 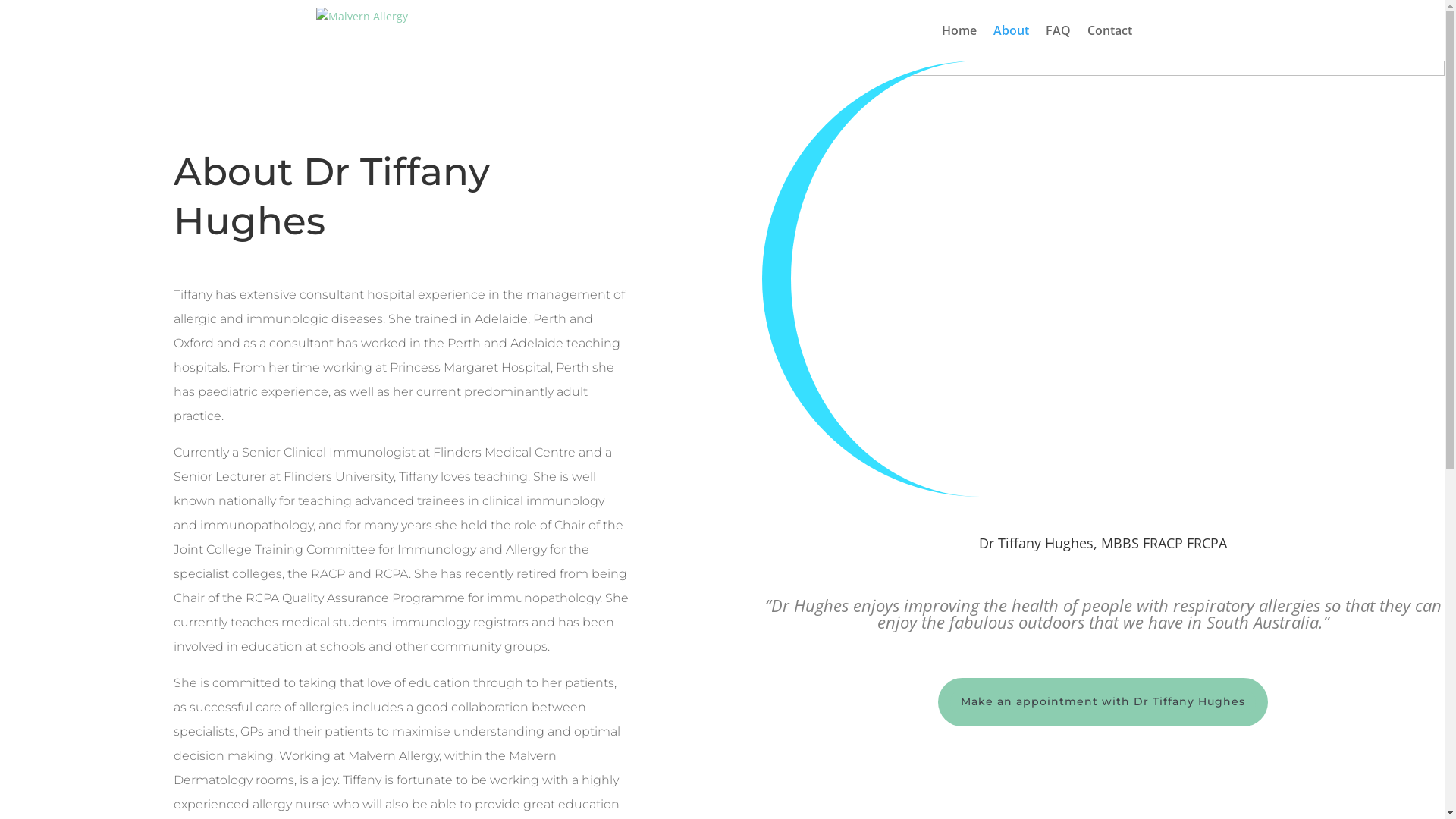 I want to click on 'Contact', so click(x=1109, y=42).